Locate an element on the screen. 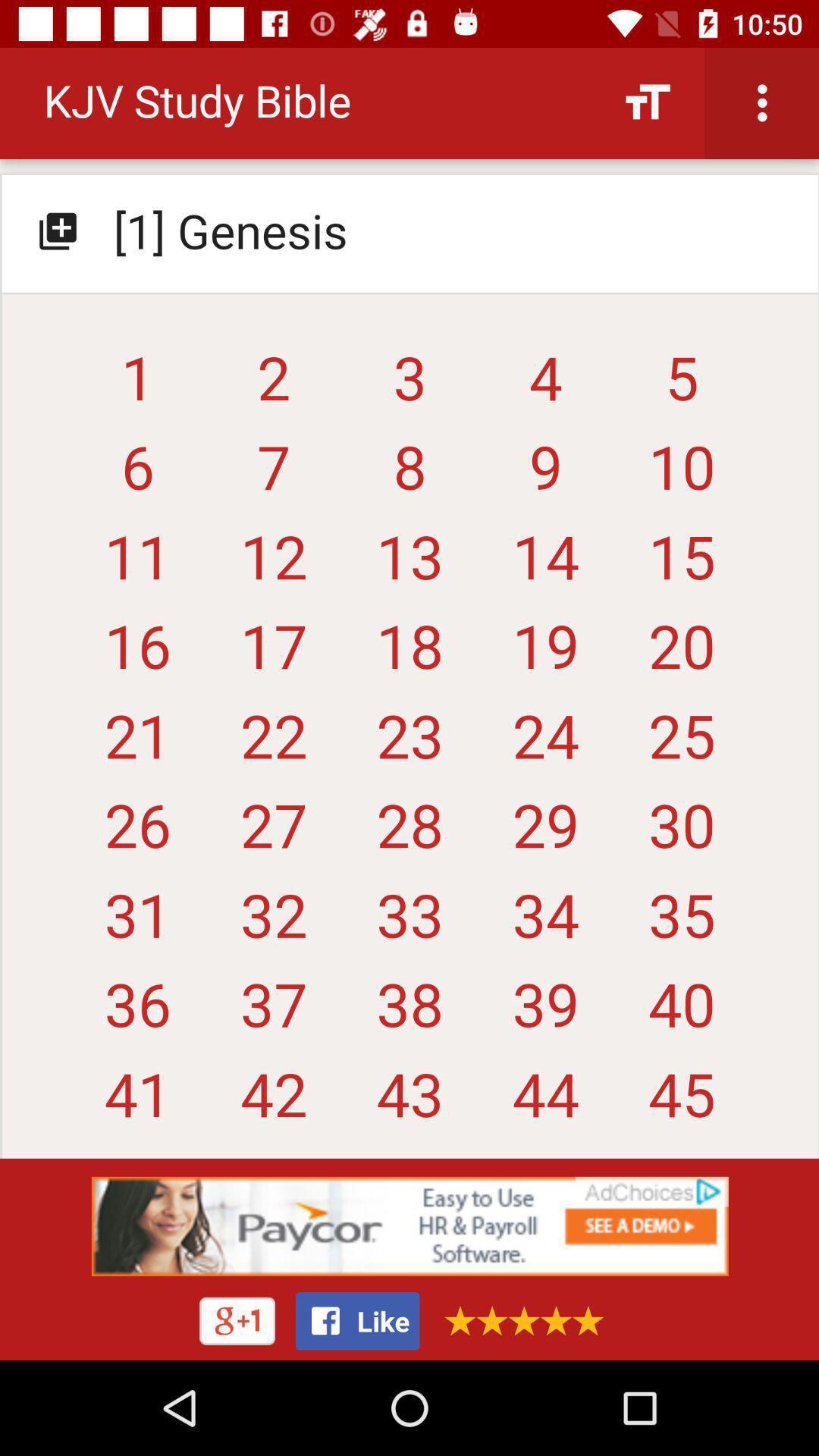 The height and width of the screenshot is (1456, 819). main page is located at coordinates (409, 609).